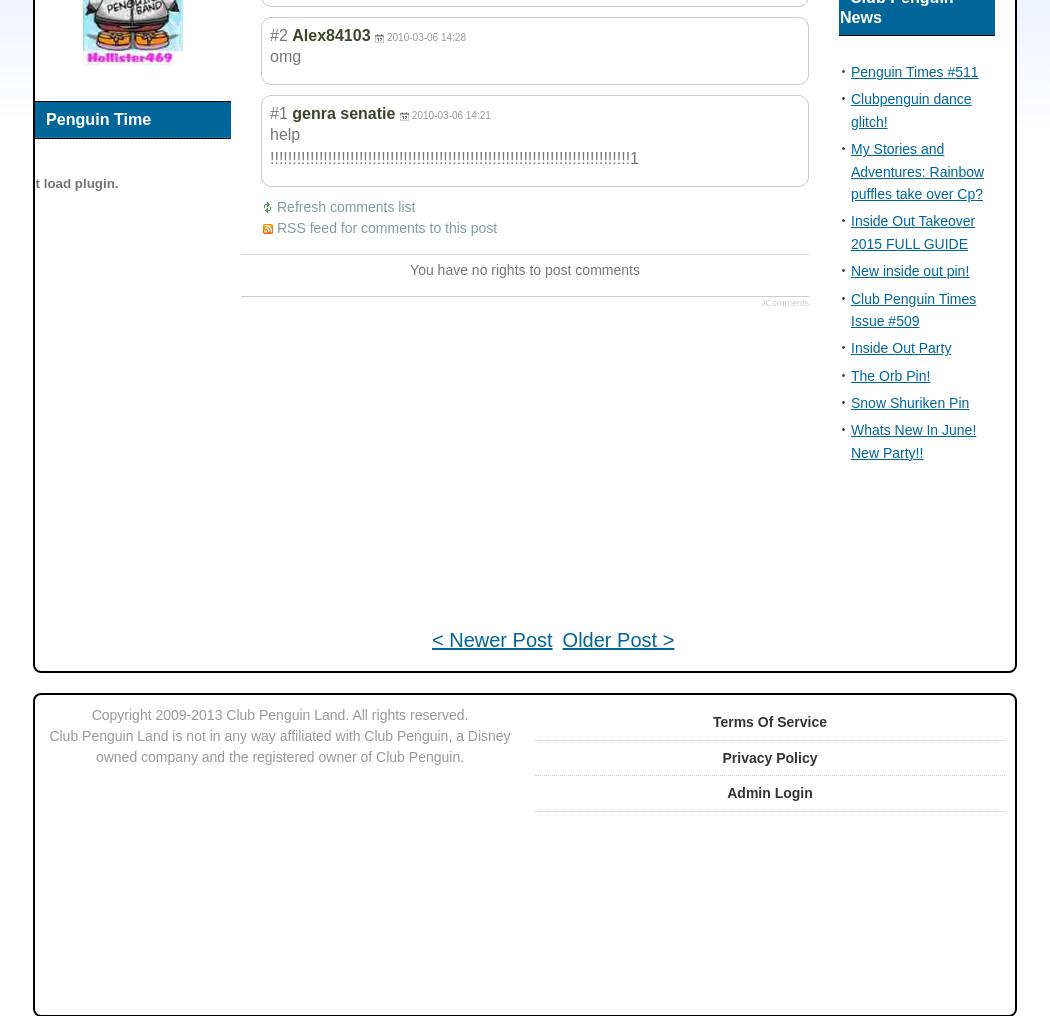 The image size is (1050, 1016). What do you see at coordinates (910, 110) in the screenshot?
I see `'Clubpenguin dance glitch!'` at bounding box center [910, 110].